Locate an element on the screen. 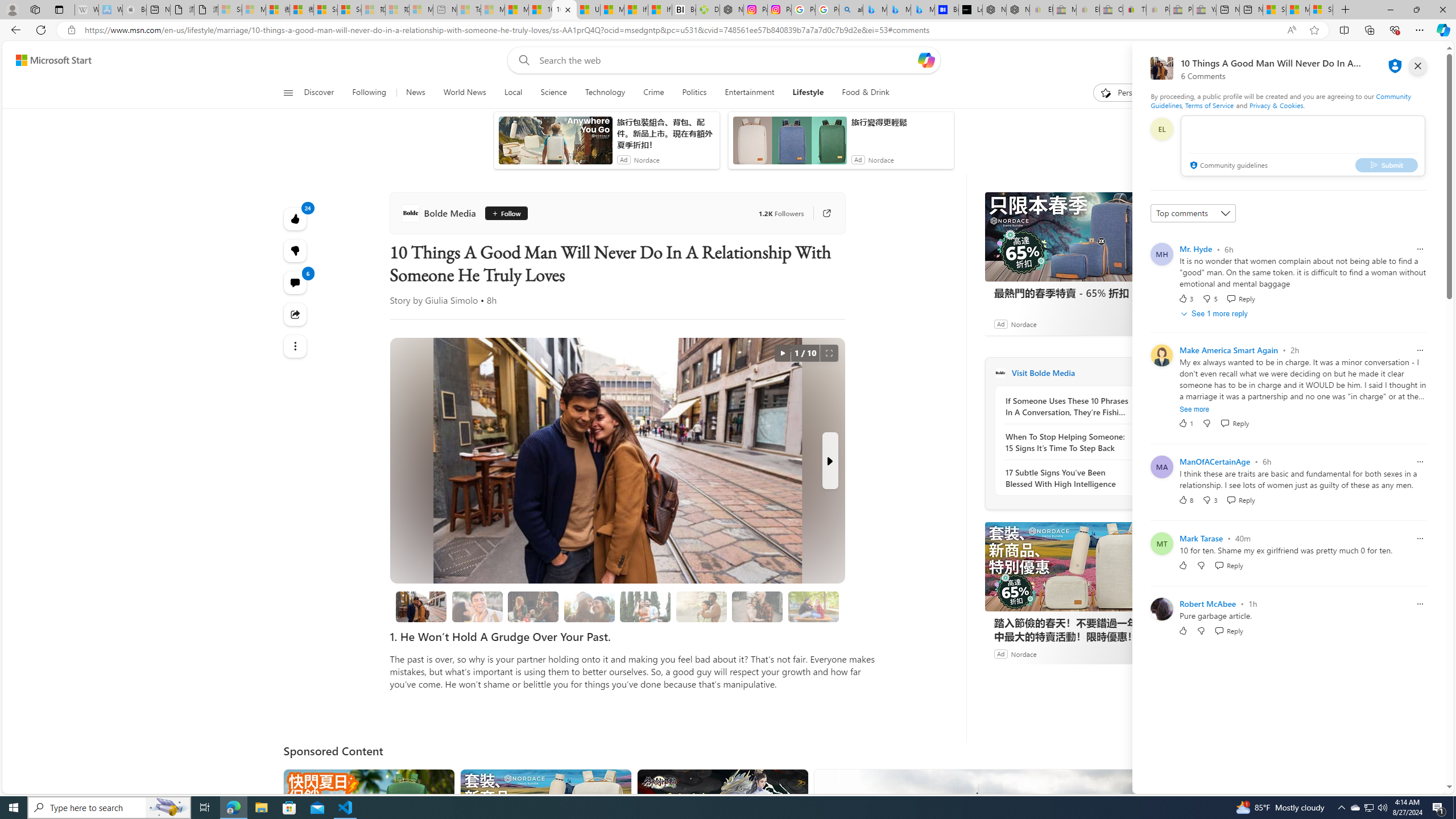 Image resolution: width=1456 pixels, height=819 pixels. 'See 1 more reply' is located at coordinates (1215, 313).